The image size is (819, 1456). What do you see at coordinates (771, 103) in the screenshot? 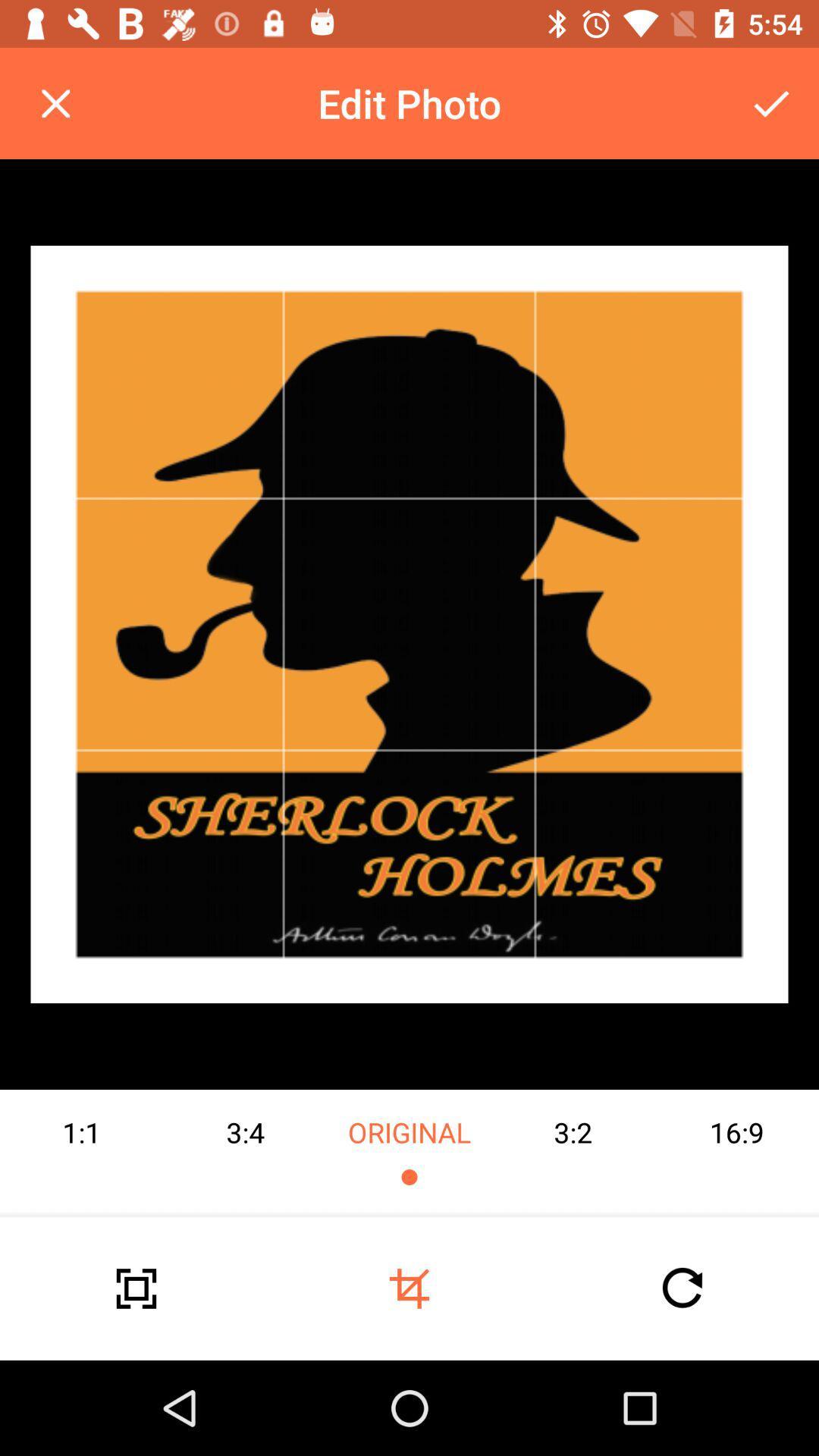
I see `tick on the right corner` at bounding box center [771, 103].